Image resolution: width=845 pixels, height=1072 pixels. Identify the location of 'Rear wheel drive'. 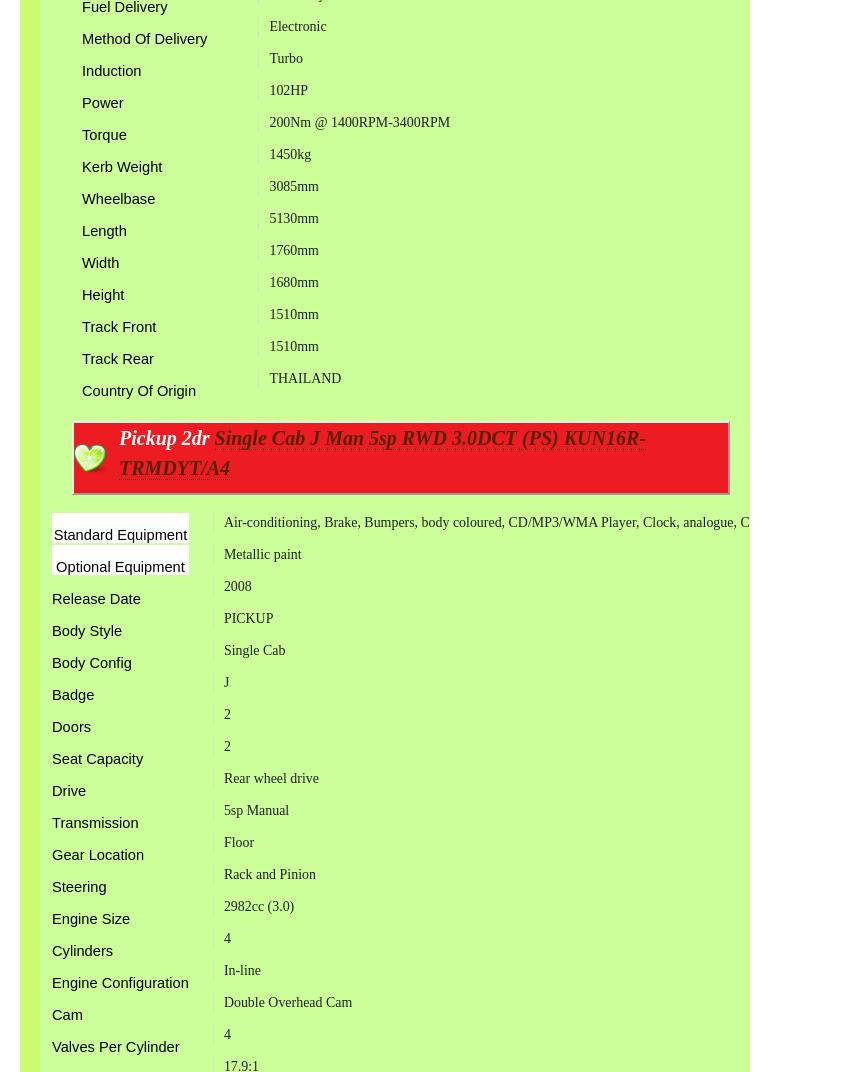
(270, 778).